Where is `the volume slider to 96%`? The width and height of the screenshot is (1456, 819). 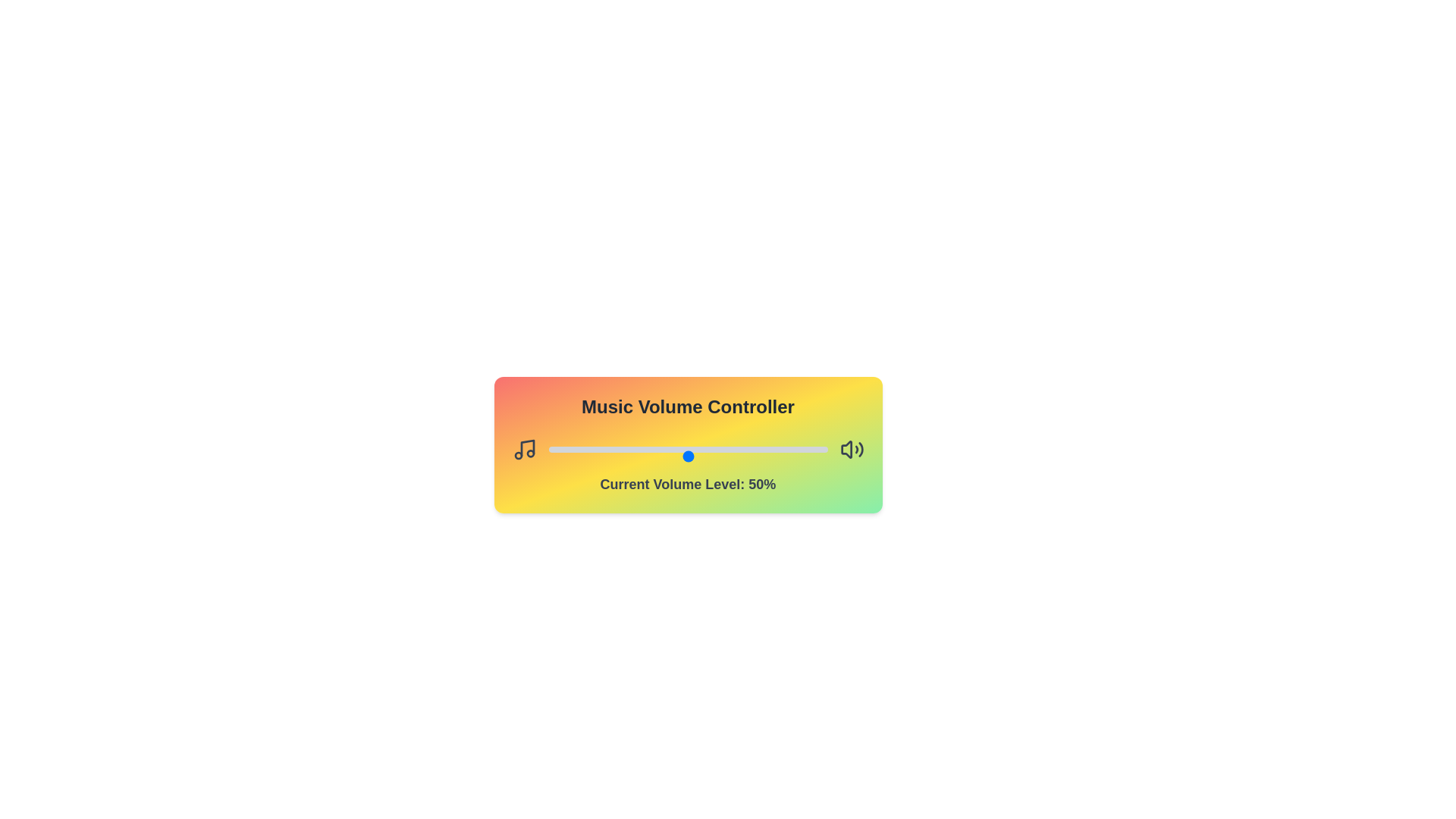 the volume slider to 96% is located at coordinates (815, 455).